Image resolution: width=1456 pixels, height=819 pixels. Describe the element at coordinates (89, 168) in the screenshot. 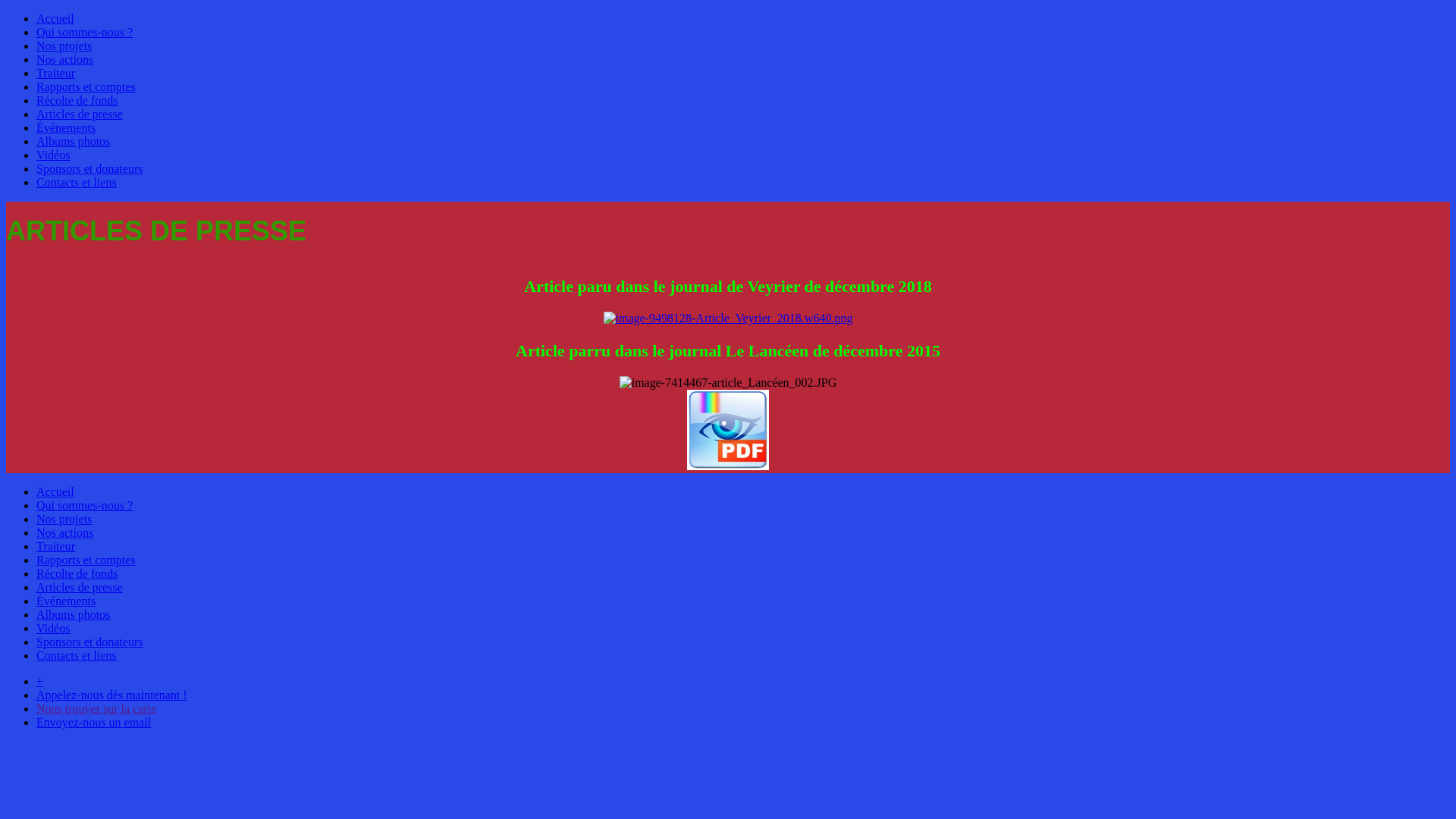

I see `'Sponsors et donateurs'` at that location.